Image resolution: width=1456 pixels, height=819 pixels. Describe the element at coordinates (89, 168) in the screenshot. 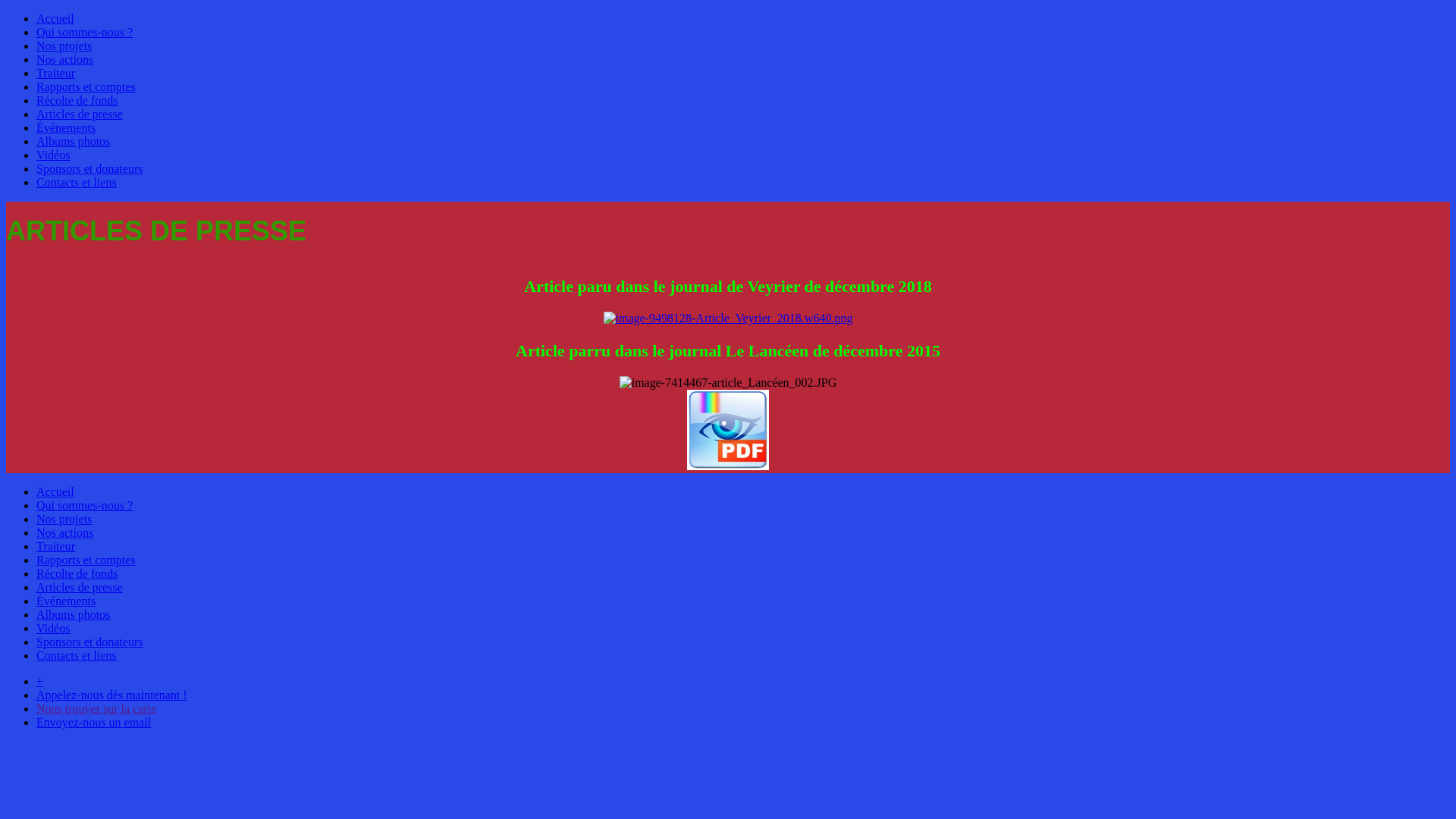

I see `'Sponsors et donateurs'` at that location.